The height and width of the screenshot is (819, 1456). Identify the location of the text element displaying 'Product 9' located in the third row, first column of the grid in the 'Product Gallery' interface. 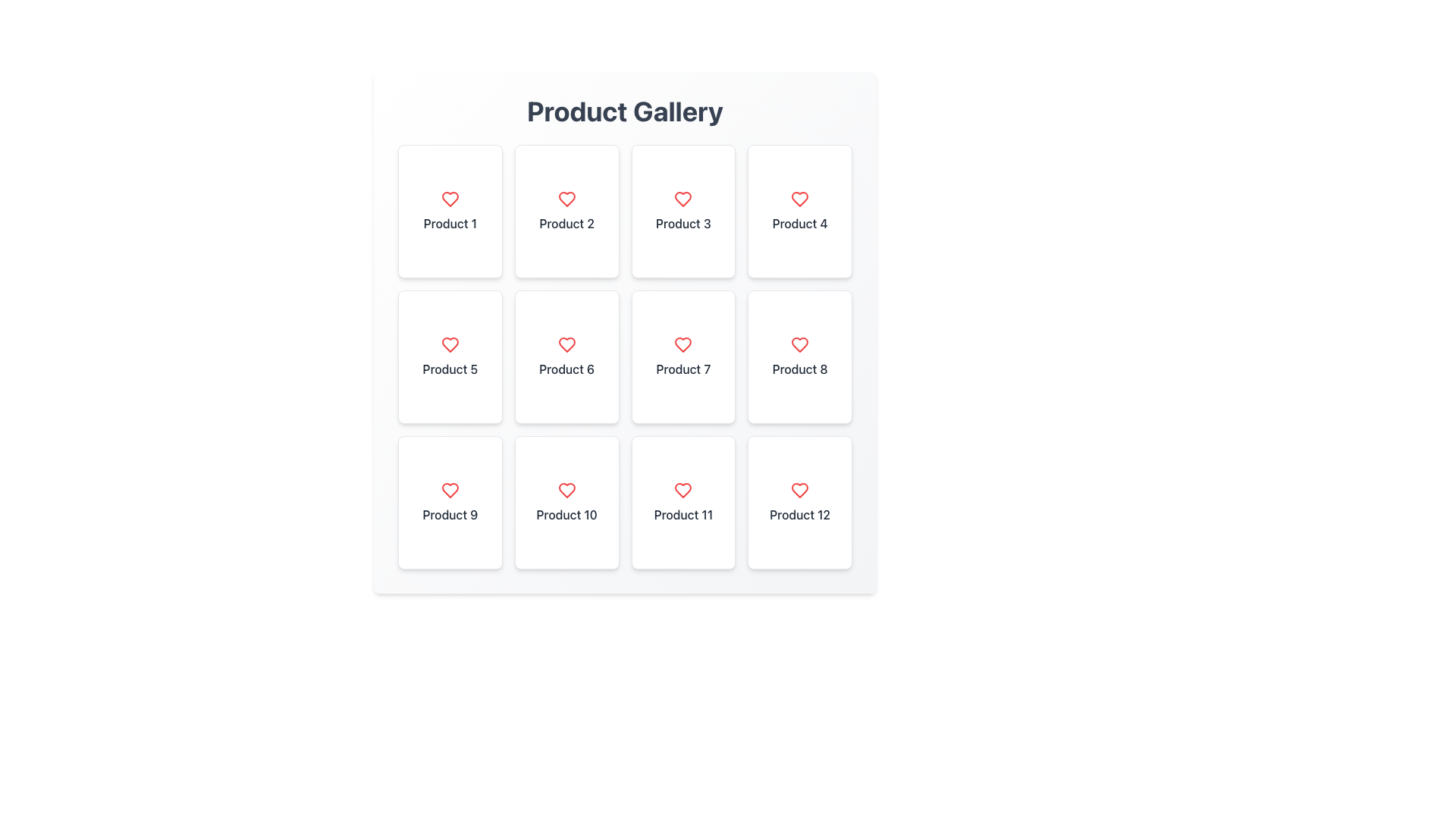
(449, 513).